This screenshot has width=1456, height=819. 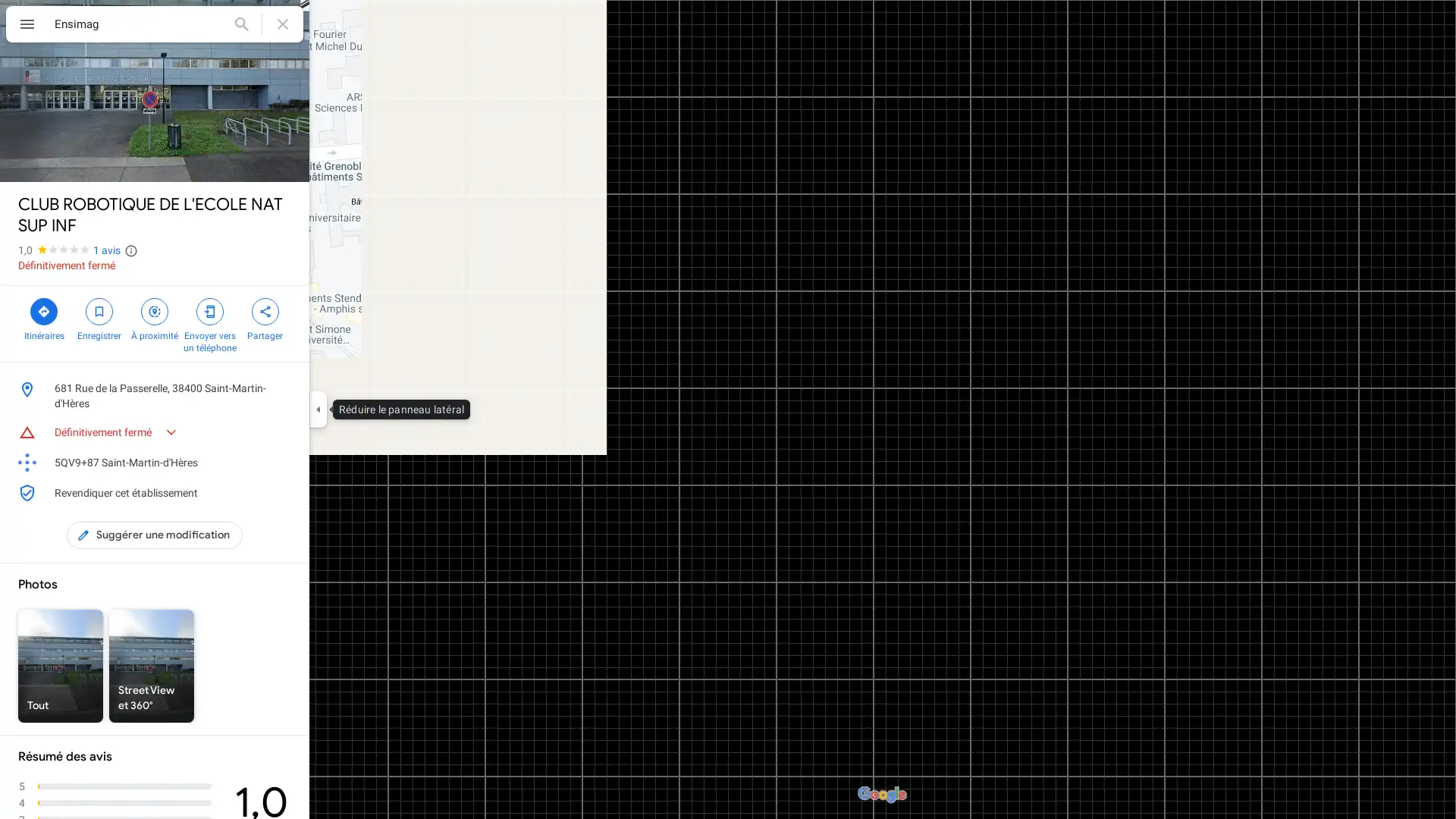 I want to click on Itineraire vers CLUB ROBOTIQUE DE L'ECOLE NAT SUP INF, so click(x=43, y=317).